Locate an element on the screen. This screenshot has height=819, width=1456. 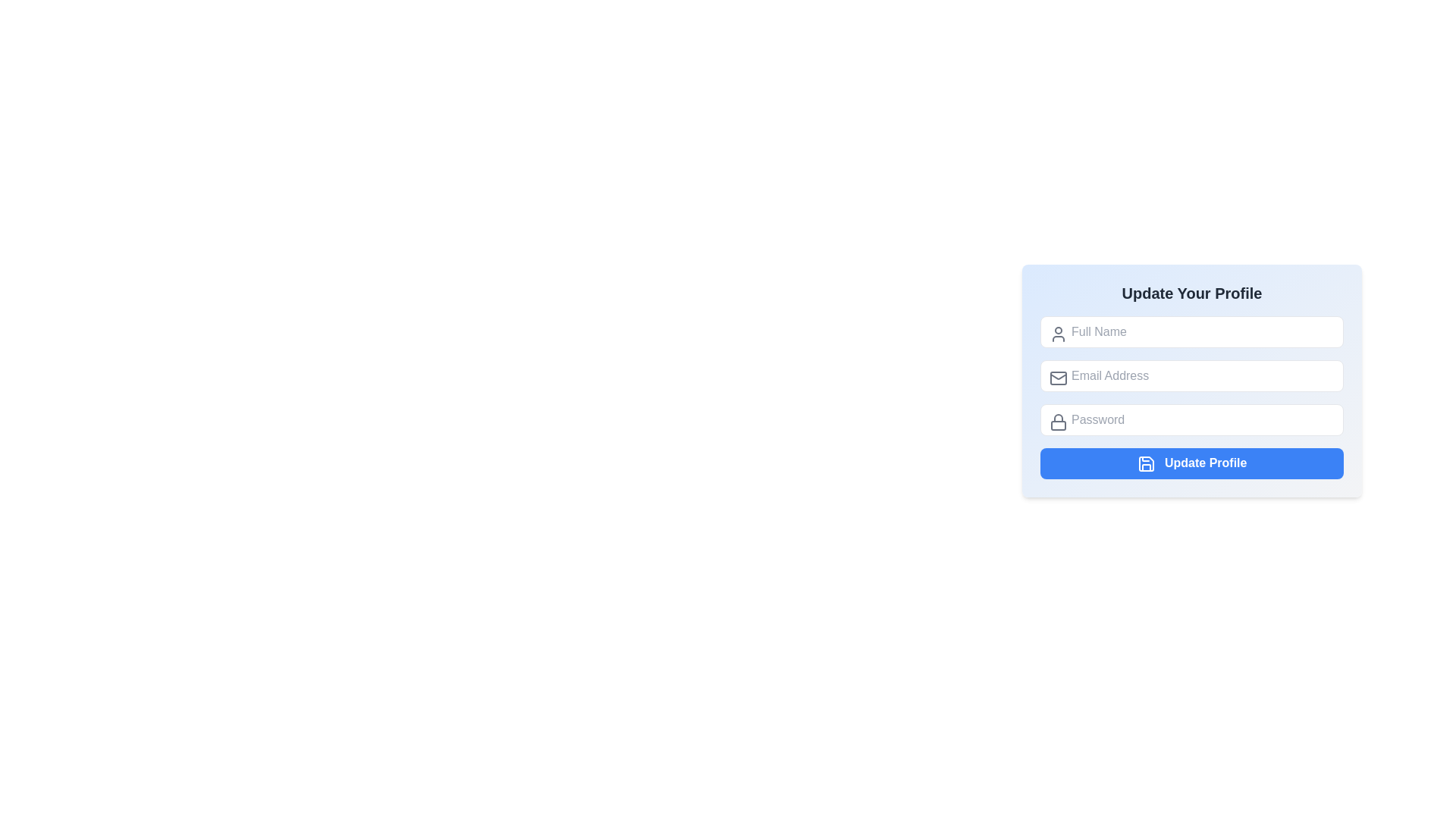
the decorative email icon located on the left side of the 'Email Address' input field, which is positioned in the second row of the form is located at coordinates (1058, 377).